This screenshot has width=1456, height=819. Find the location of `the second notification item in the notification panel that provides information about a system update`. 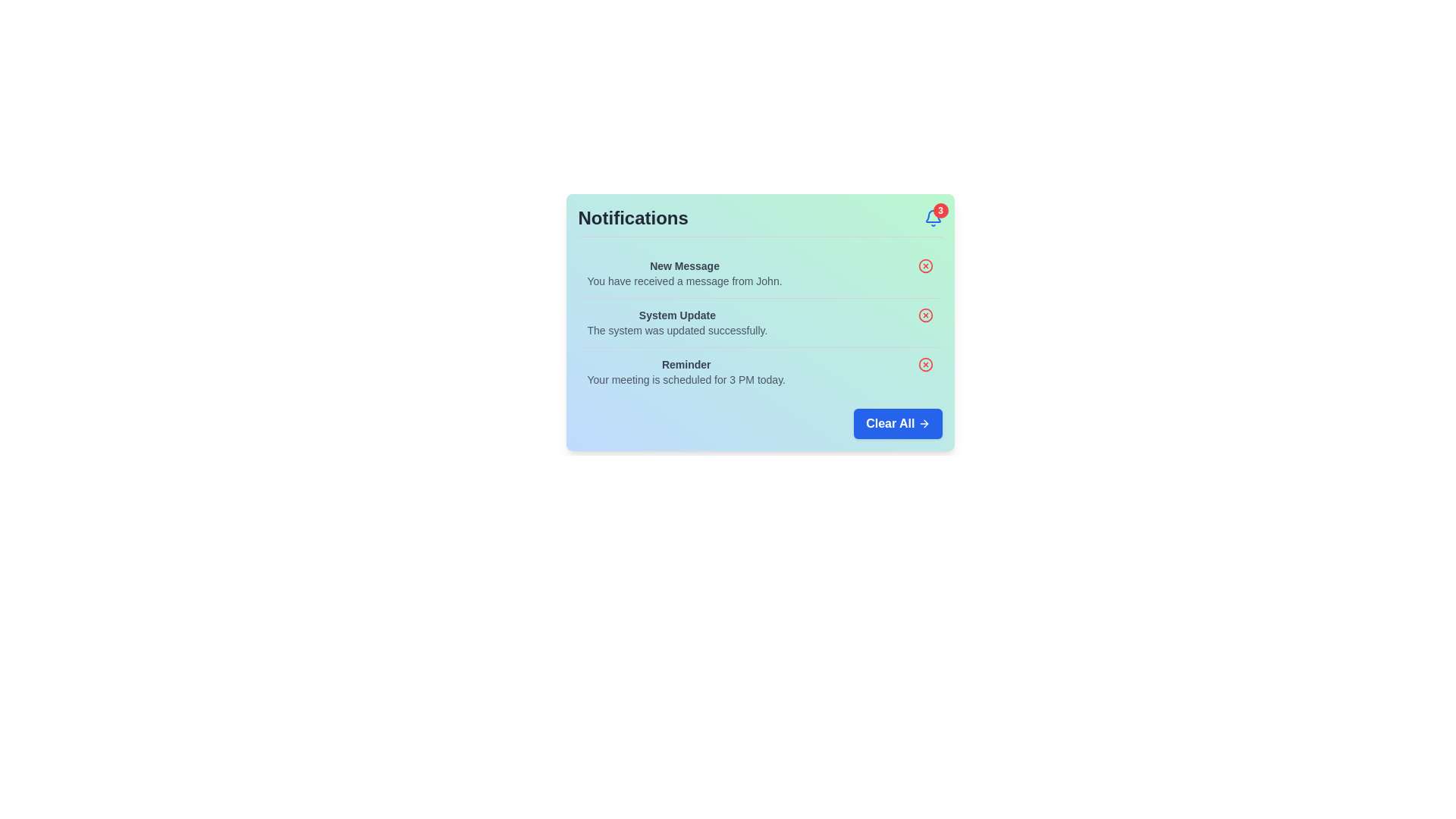

the second notification item in the notification panel that provides information about a system update is located at coordinates (760, 322).